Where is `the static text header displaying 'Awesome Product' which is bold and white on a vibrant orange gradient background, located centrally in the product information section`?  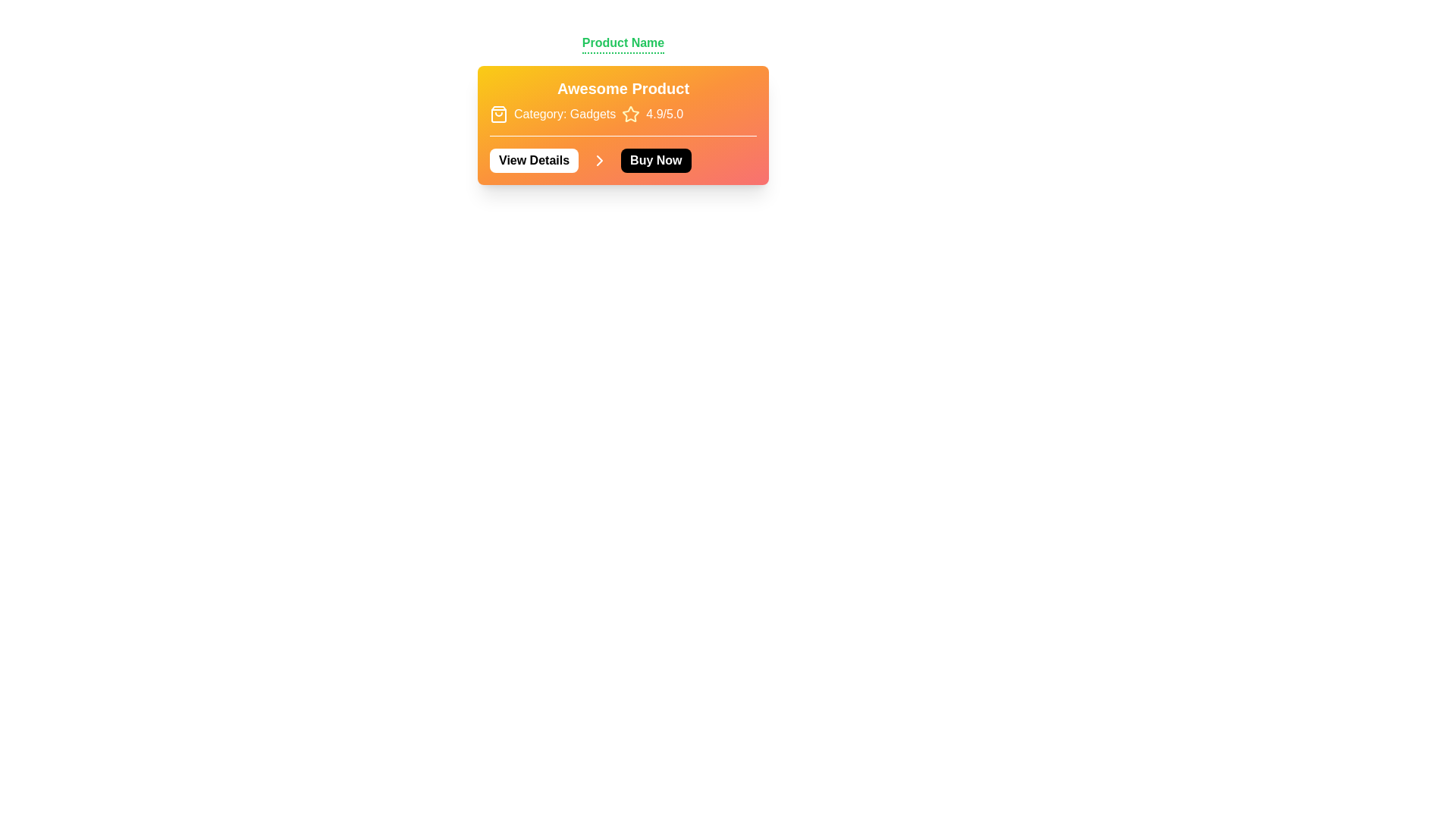
the static text header displaying 'Awesome Product' which is bold and white on a vibrant orange gradient background, located centrally in the product information section is located at coordinates (623, 88).